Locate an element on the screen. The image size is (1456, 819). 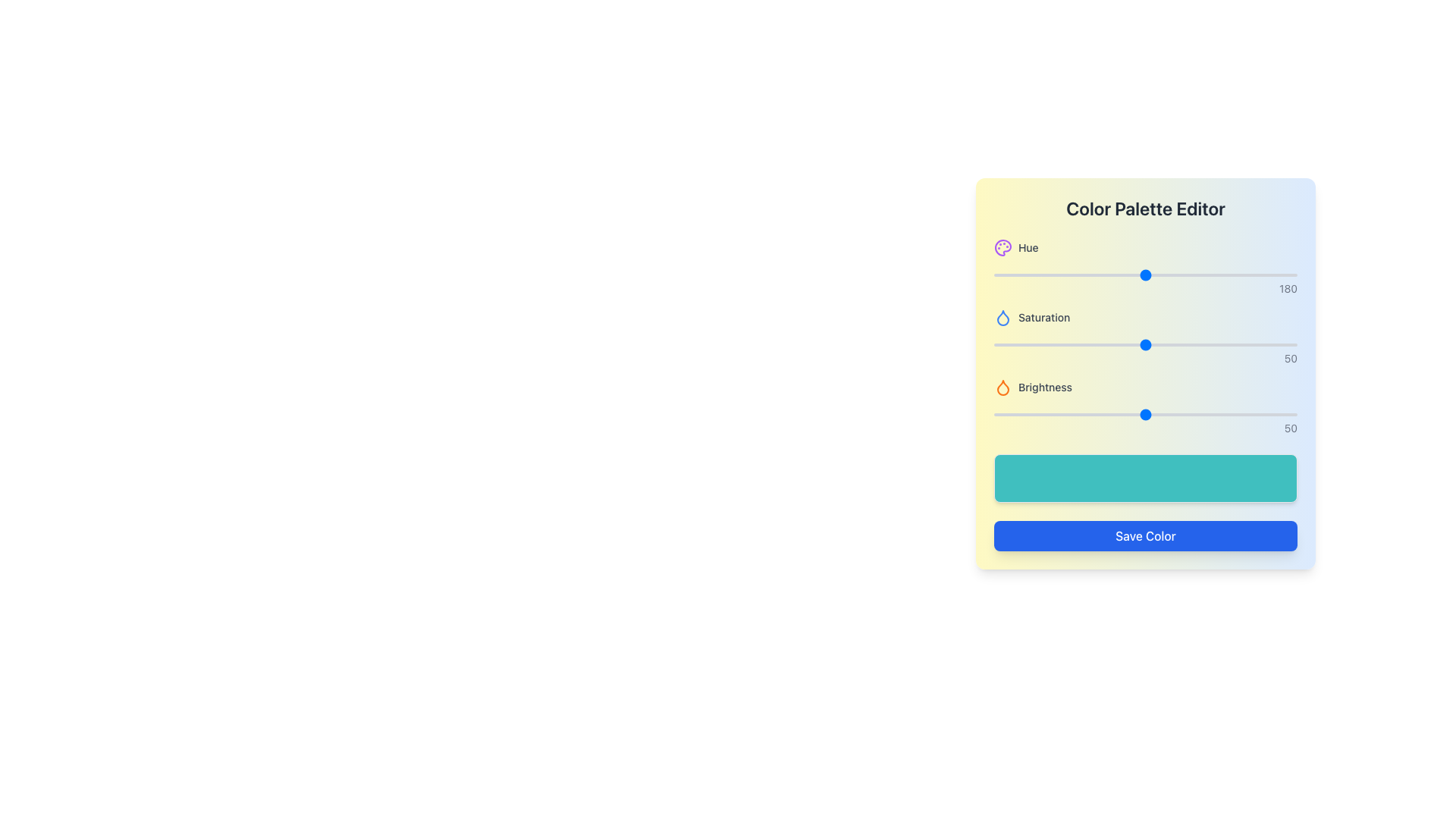
the saturation level is located at coordinates (1062, 345).